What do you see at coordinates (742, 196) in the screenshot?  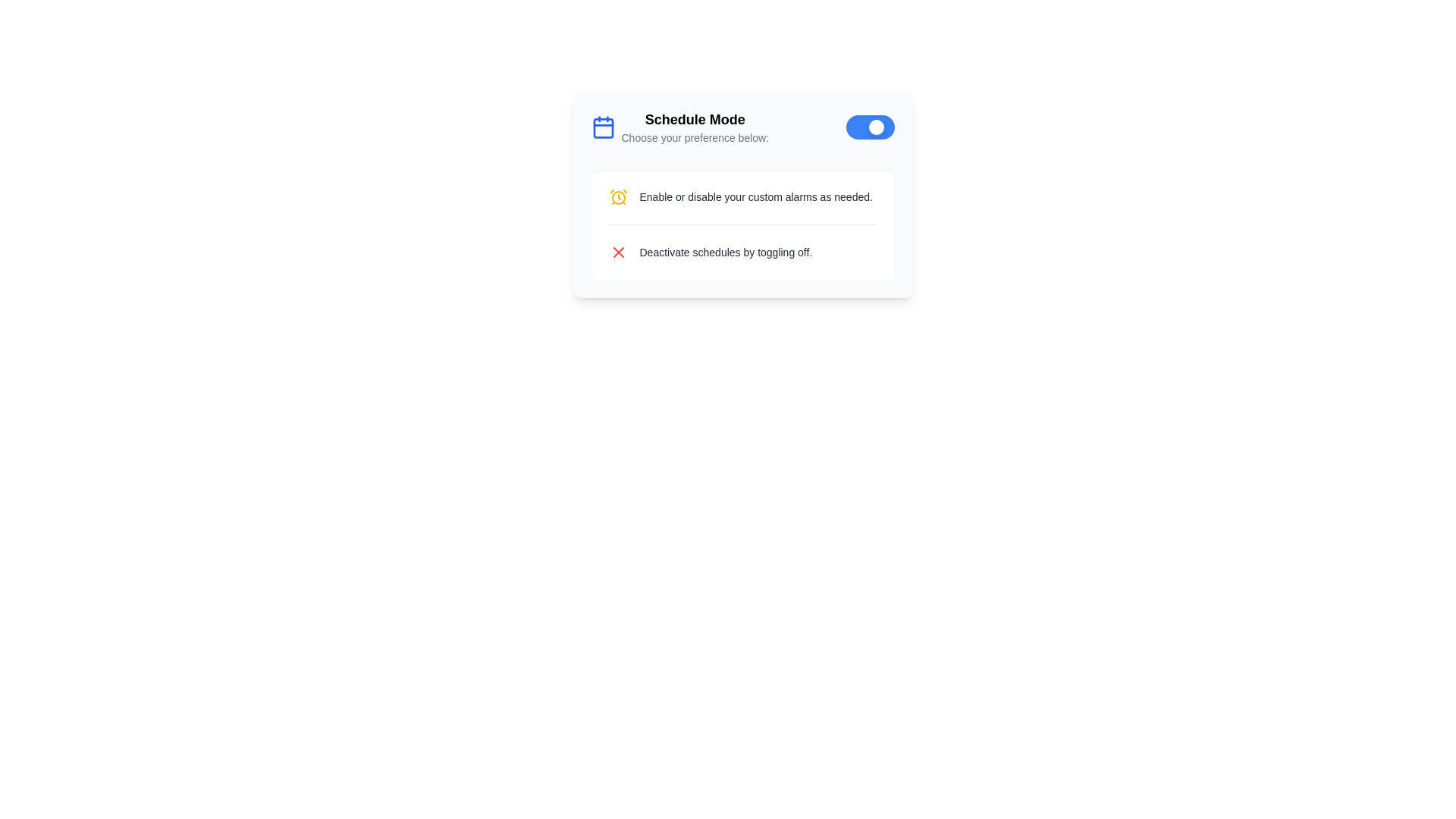 I see `the informational guide text with icon that instructs the user about enabling or disabling alarms, located above the text 'Deactivate schedules by toggling off' and below the heading 'Schedule Mode'` at bounding box center [742, 196].